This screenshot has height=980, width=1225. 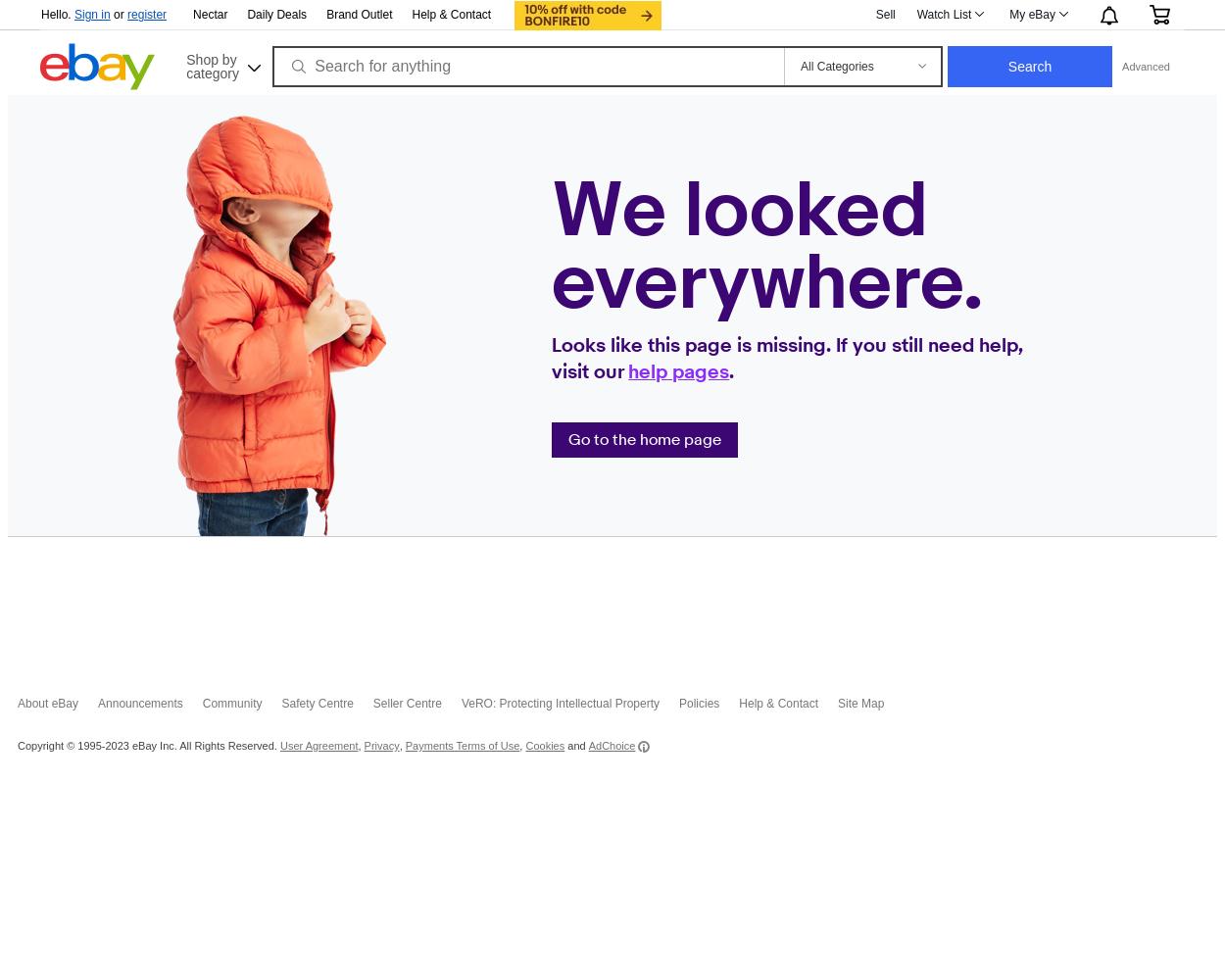 I want to click on 'We looked everywhere.', so click(x=767, y=247).